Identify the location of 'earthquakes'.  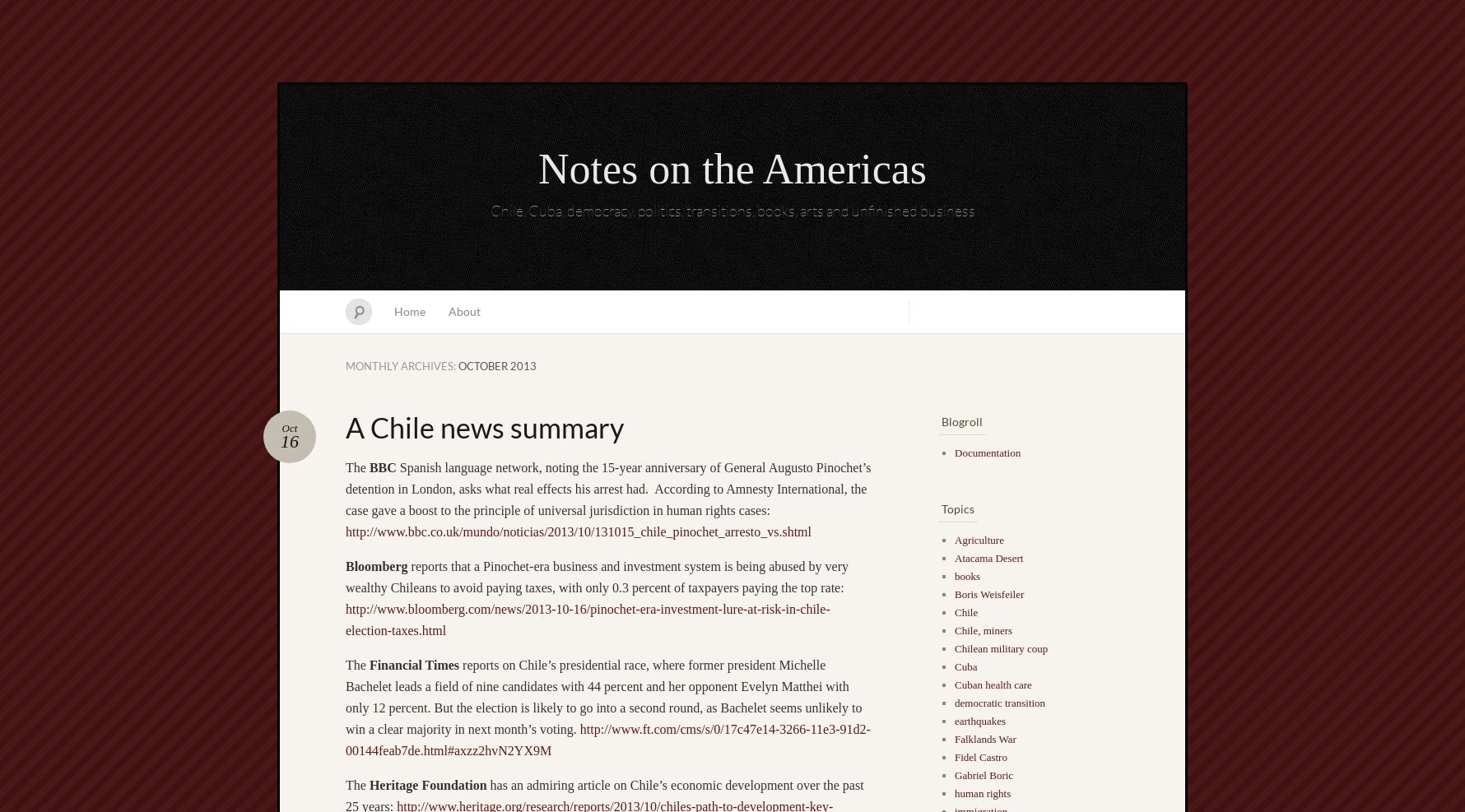
(979, 720).